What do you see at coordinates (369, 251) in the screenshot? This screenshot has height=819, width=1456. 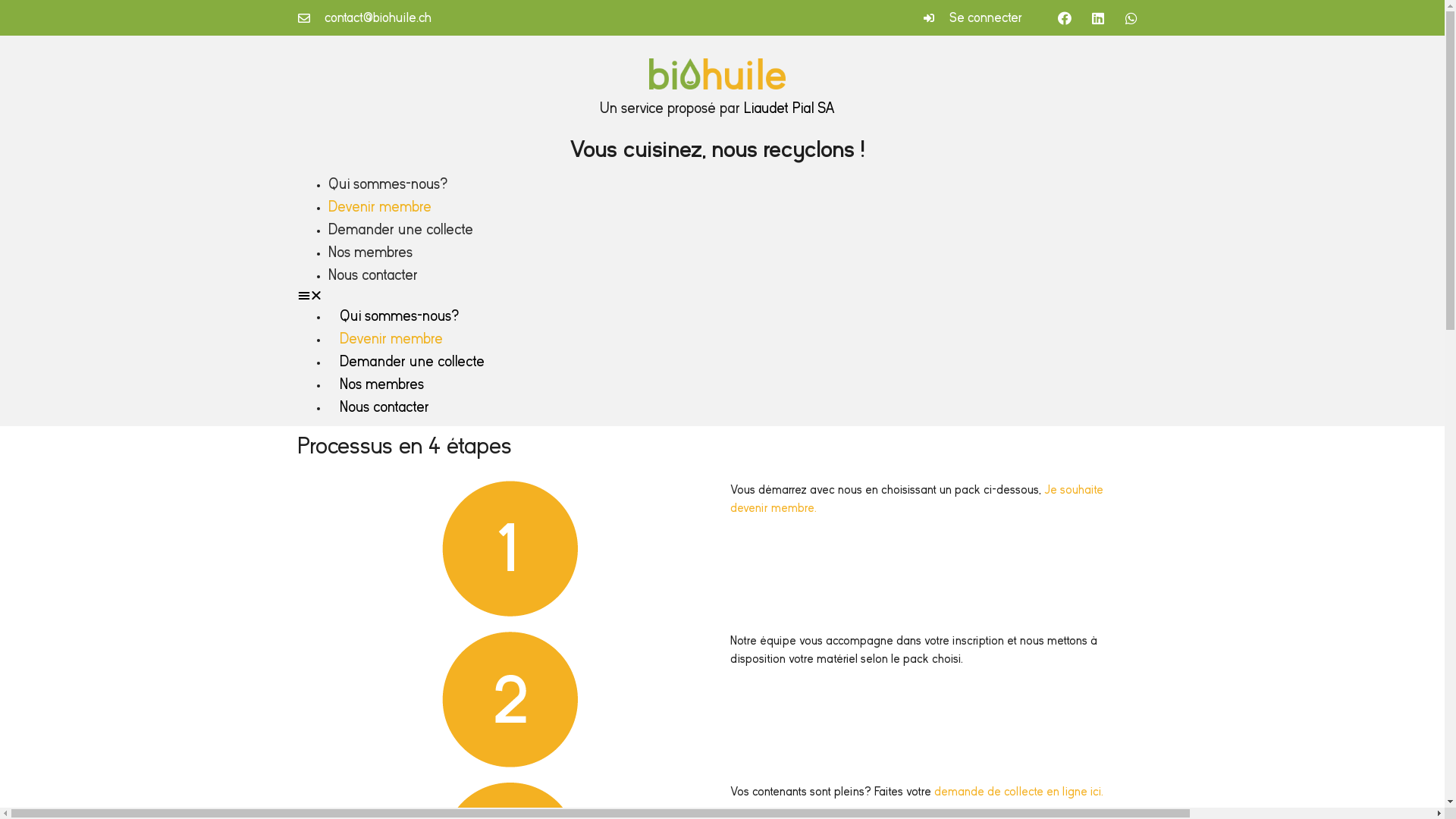 I see `'Nos membres'` at bounding box center [369, 251].